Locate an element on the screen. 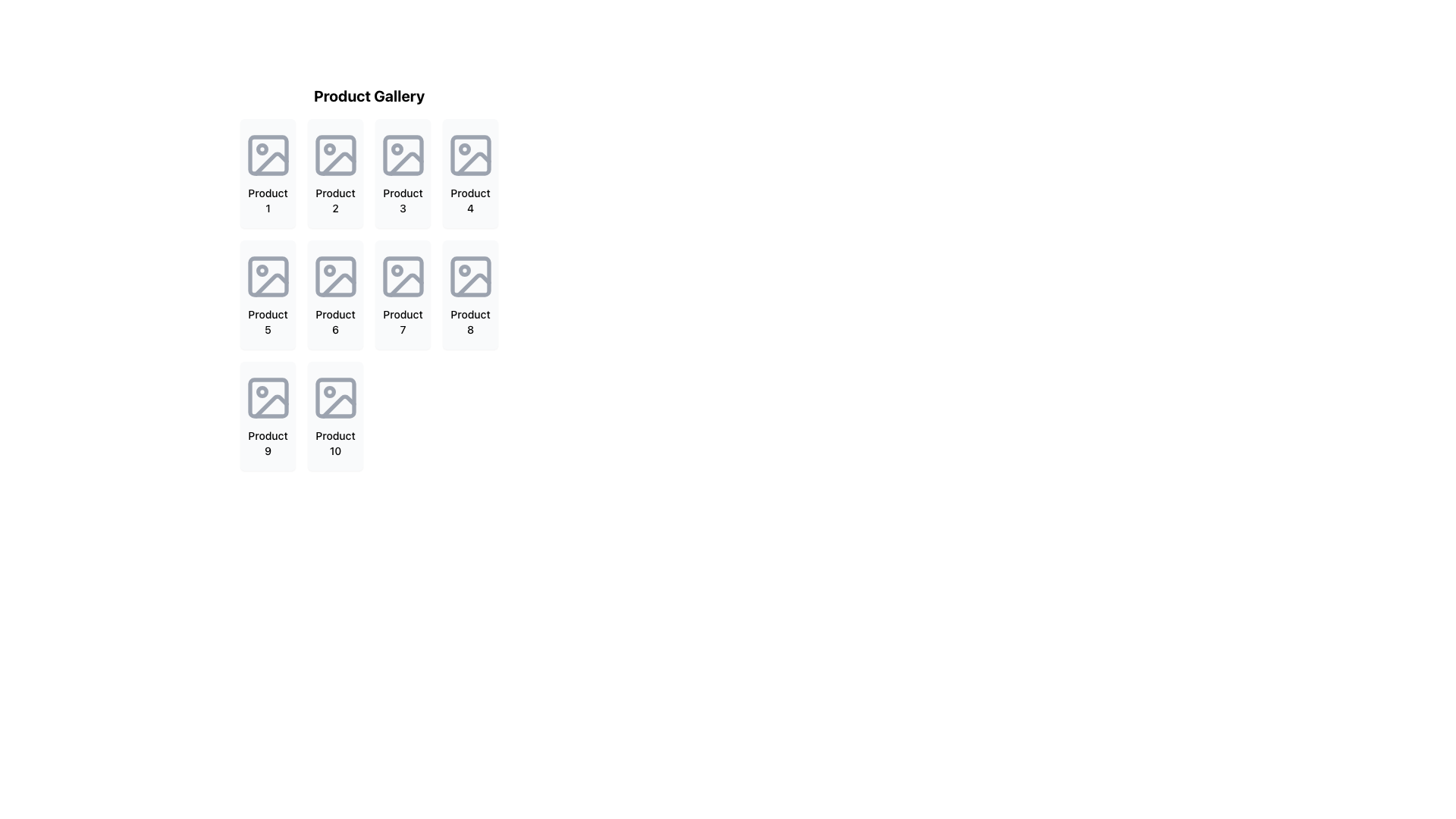 This screenshot has width=1456, height=819. the Vector Graphic Icon in the 'Product 8' tile, located in the second row, fourth column of the product gallery grid is located at coordinates (472, 285).